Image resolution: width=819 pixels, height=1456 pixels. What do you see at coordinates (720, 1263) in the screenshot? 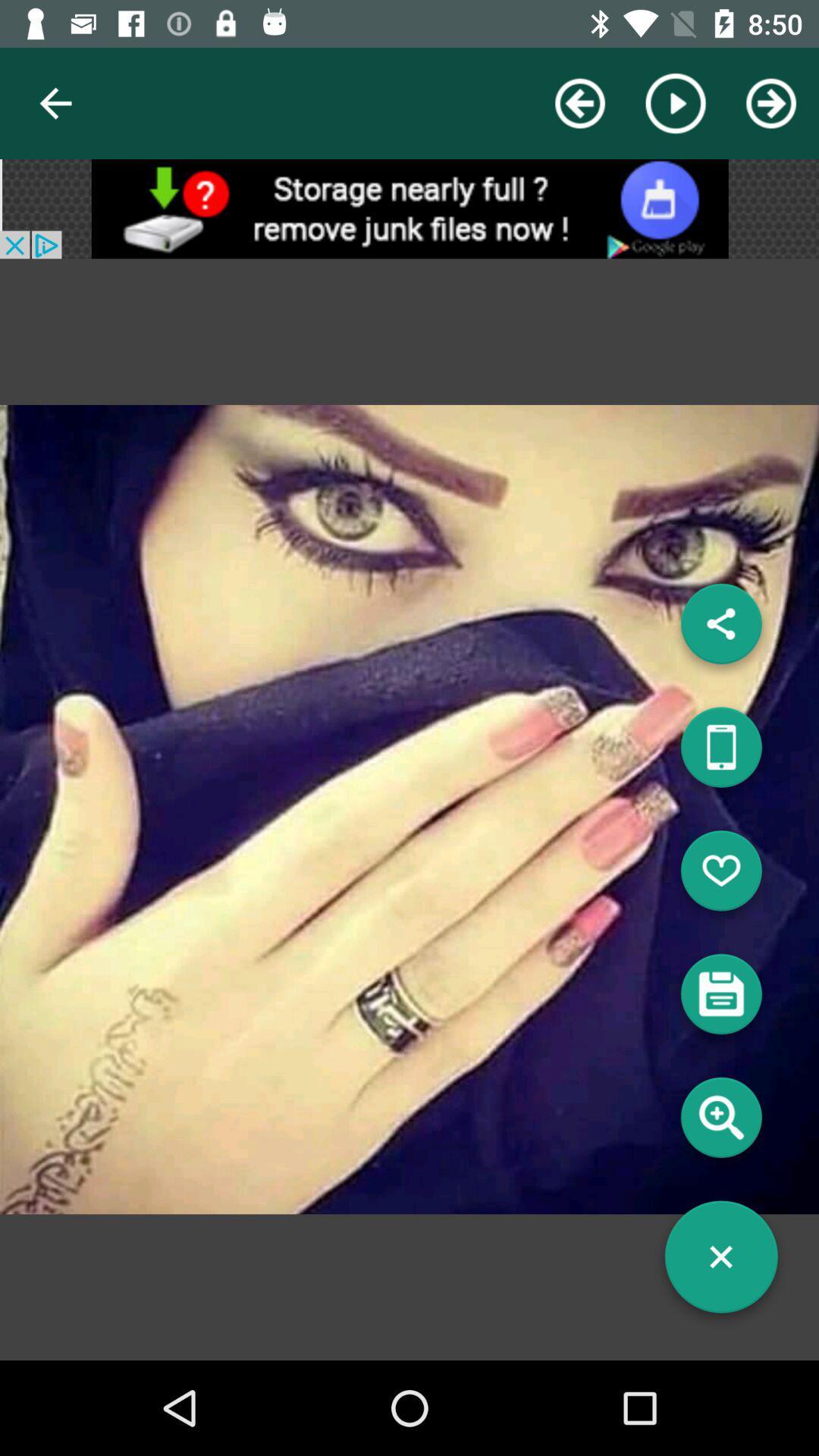
I see `button` at bounding box center [720, 1263].